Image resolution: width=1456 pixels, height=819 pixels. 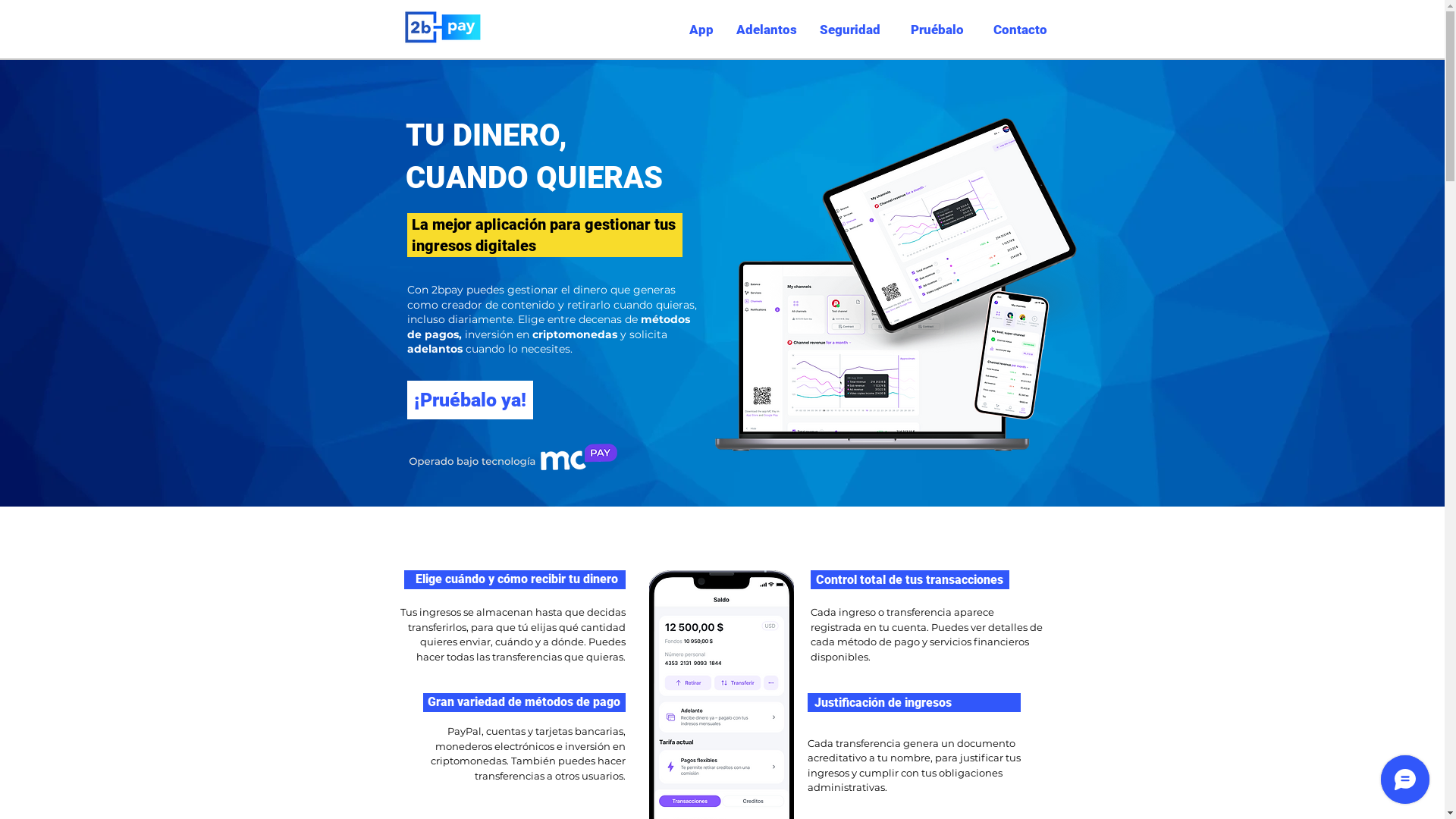 What do you see at coordinates (682, 29) in the screenshot?
I see `'App'` at bounding box center [682, 29].